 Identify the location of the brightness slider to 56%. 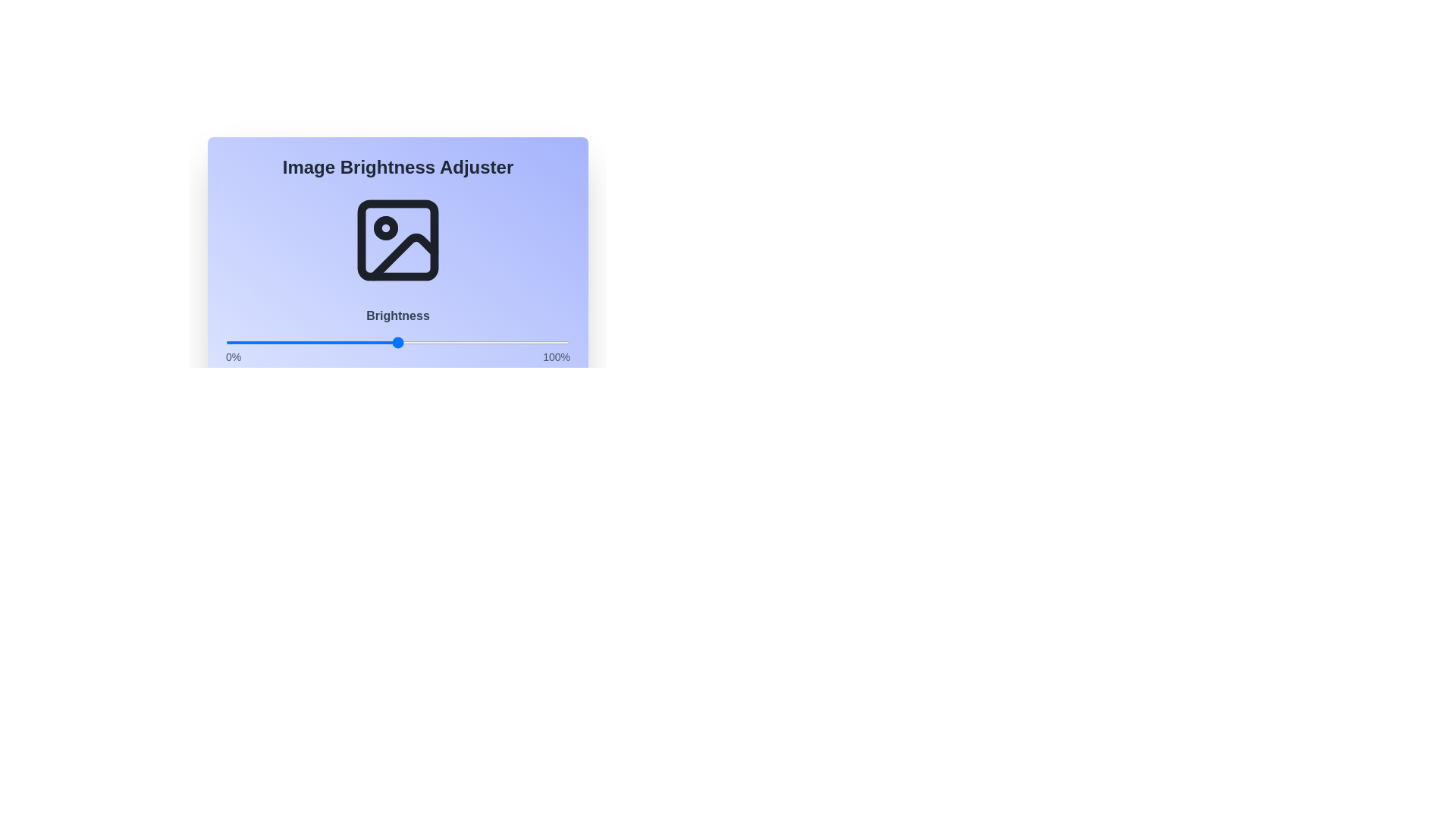
(419, 342).